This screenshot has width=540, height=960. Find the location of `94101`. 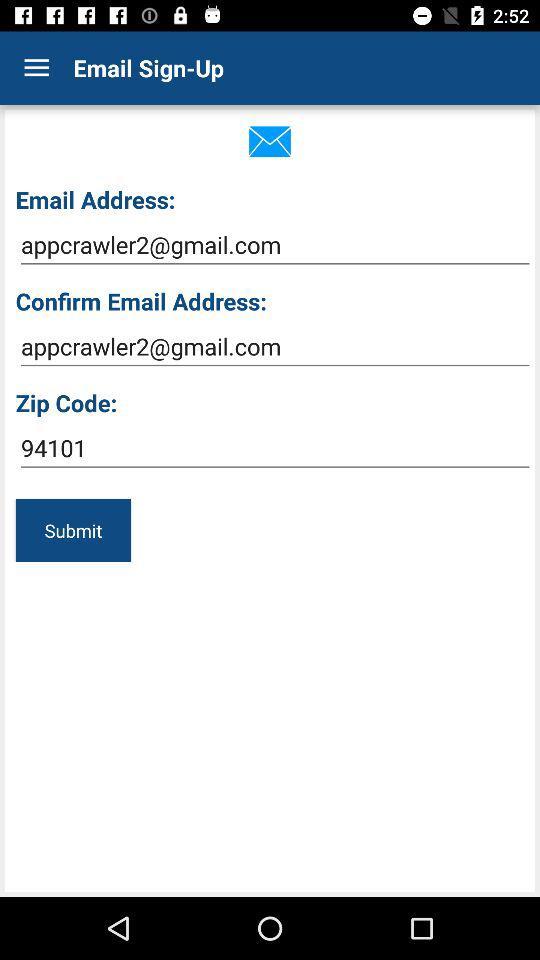

94101 is located at coordinates (274, 448).